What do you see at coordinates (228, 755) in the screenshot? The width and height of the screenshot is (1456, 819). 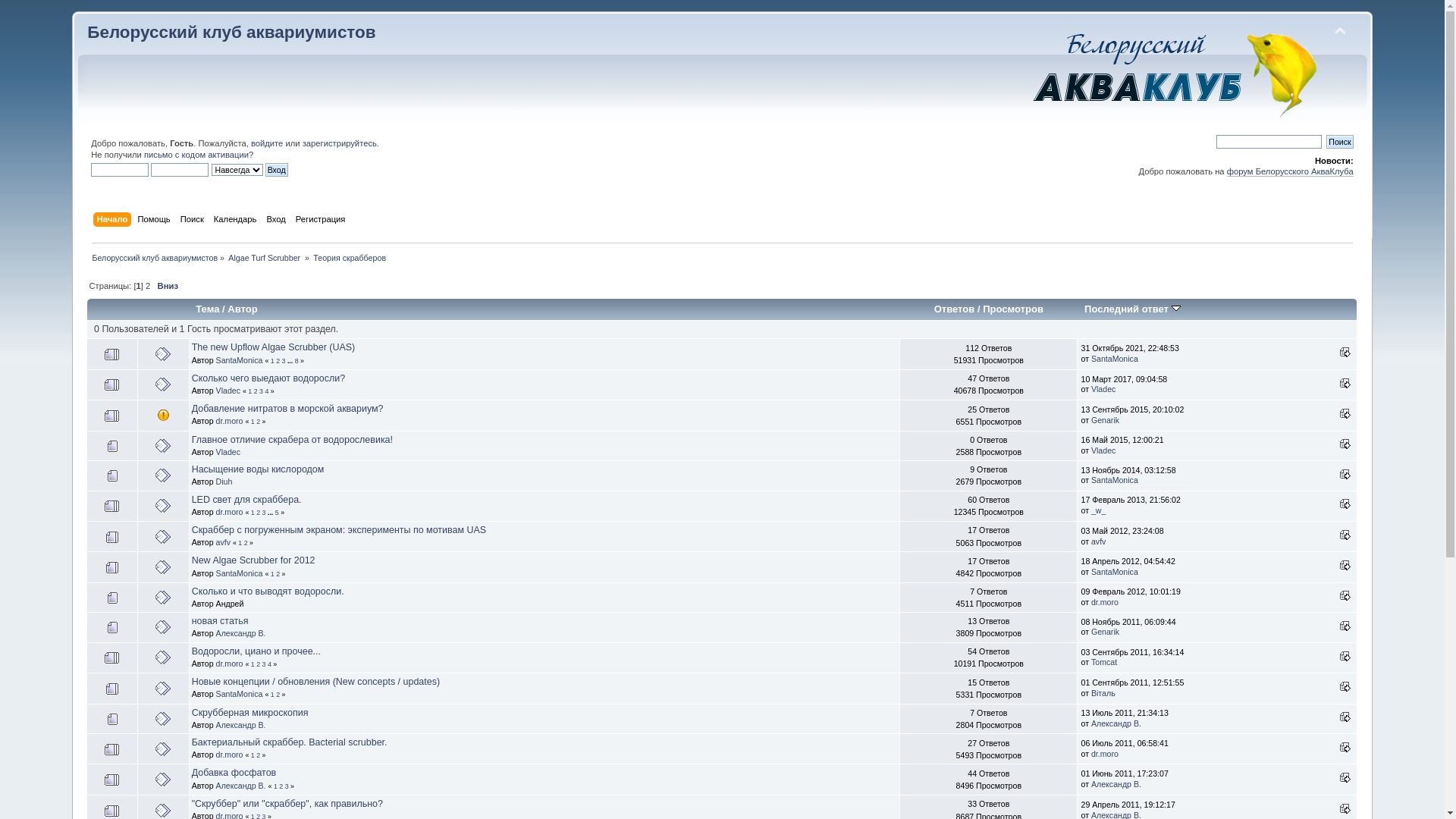 I see `'dr.moro'` at bounding box center [228, 755].